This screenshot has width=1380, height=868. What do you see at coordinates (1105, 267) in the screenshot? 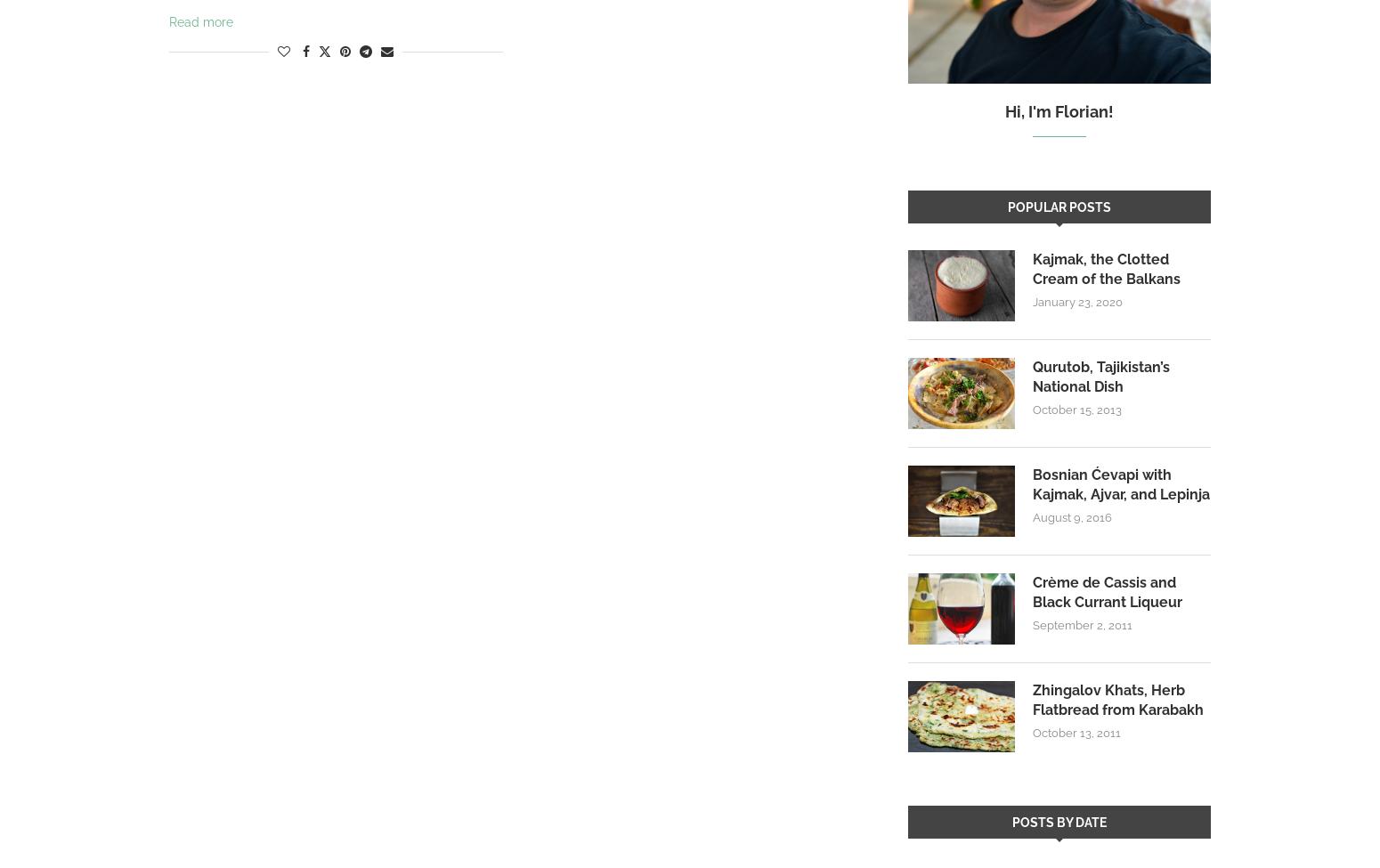
I see `'Kajmak, the Clotted Cream of the Balkans'` at bounding box center [1105, 267].